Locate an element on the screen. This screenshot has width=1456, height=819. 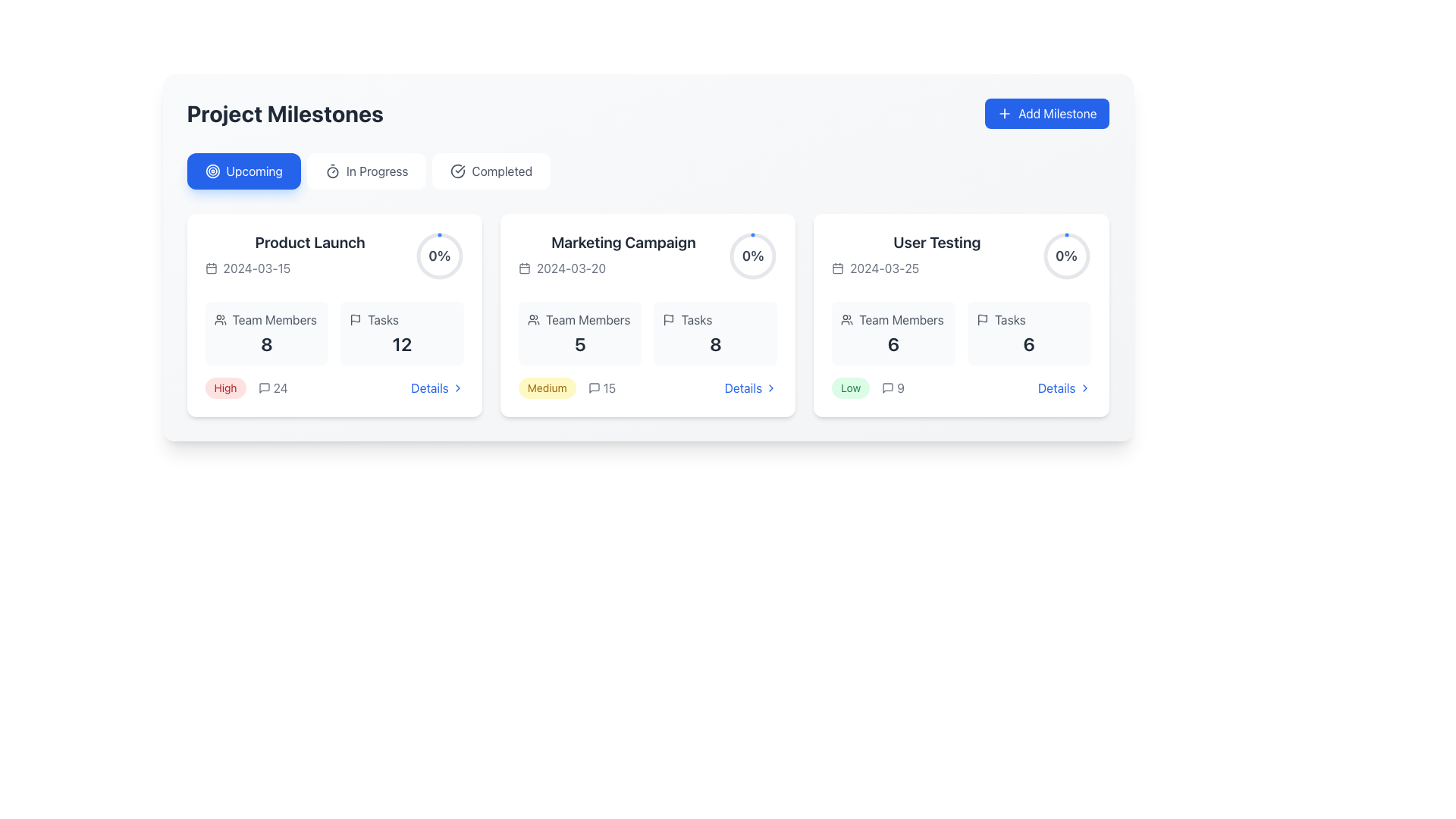
priority labeled 'Low' and the comment count '9' from the informational row at the bottom of the 'User Testing' card is located at coordinates (960, 388).